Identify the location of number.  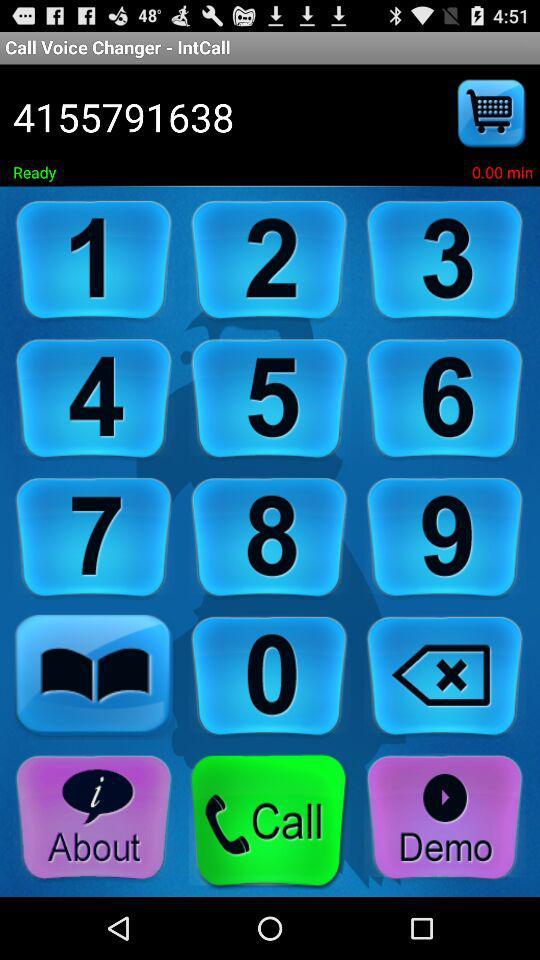
(445, 260).